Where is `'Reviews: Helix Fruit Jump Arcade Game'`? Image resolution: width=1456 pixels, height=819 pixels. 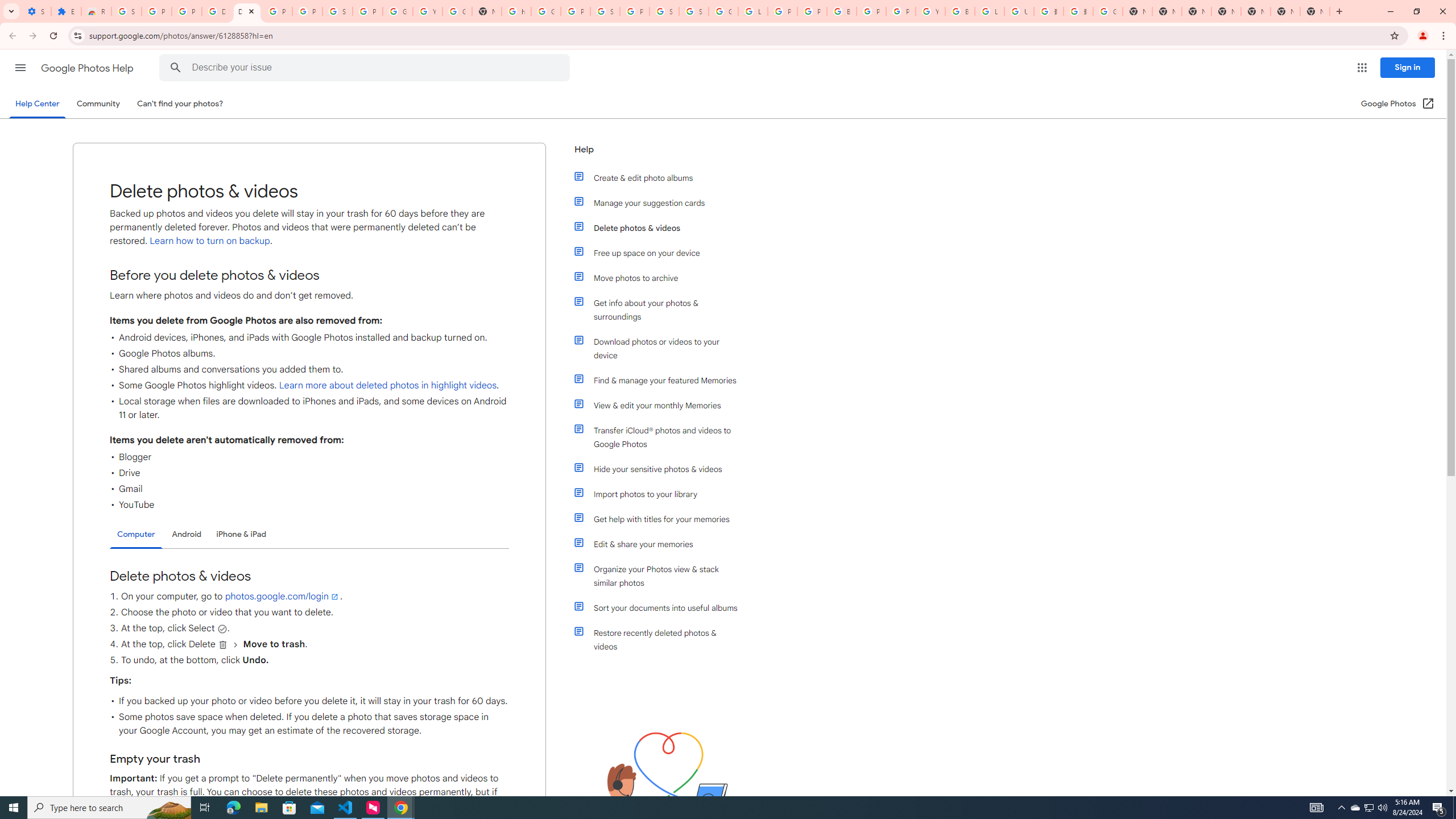
'Reviews: Helix Fruit Jump Arcade Game' is located at coordinates (95, 11).